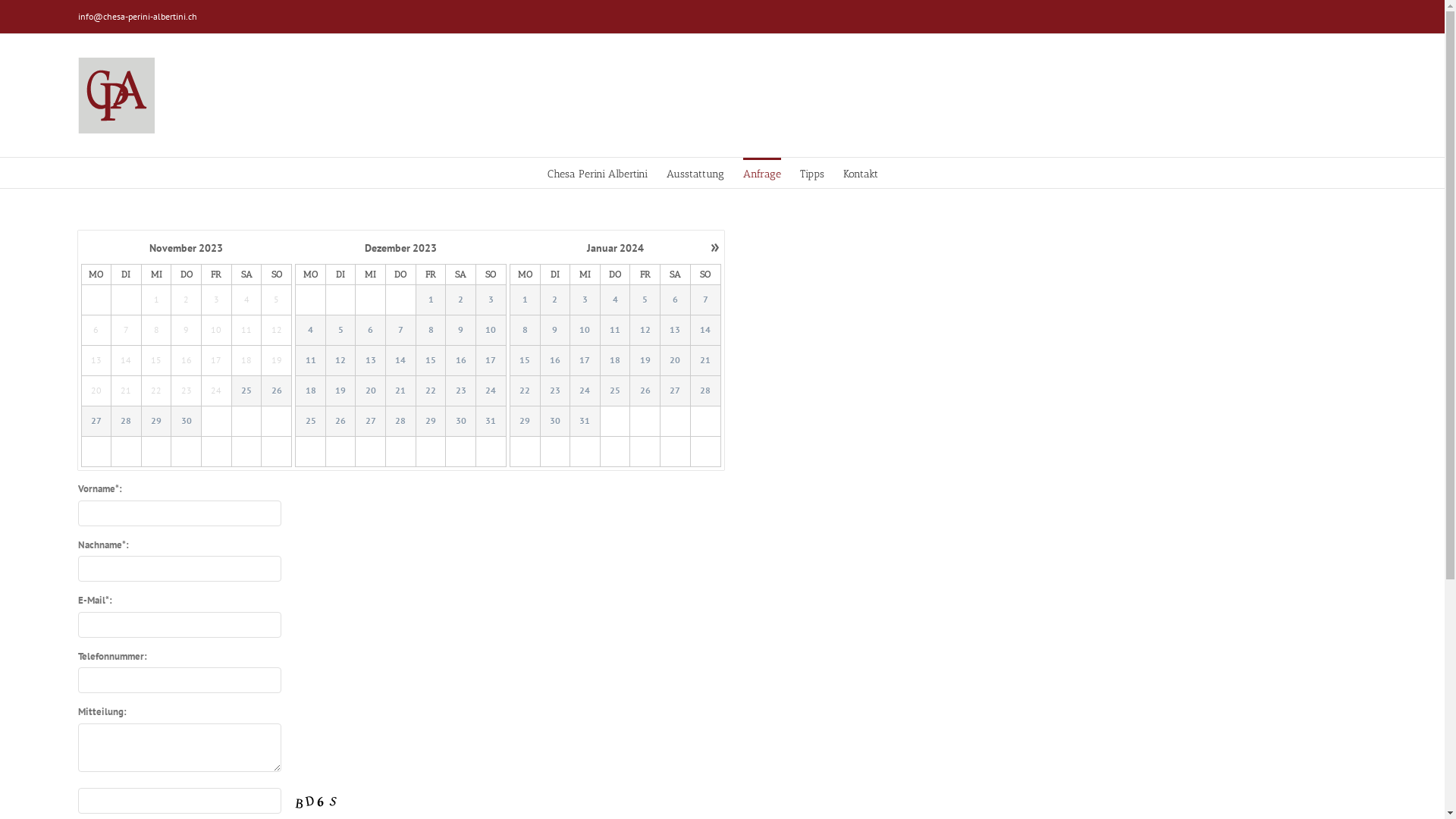 This screenshot has height=819, width=1456. Describe the element at coordinates (554, 391) in the screenshot. I see `'23'` at that location.